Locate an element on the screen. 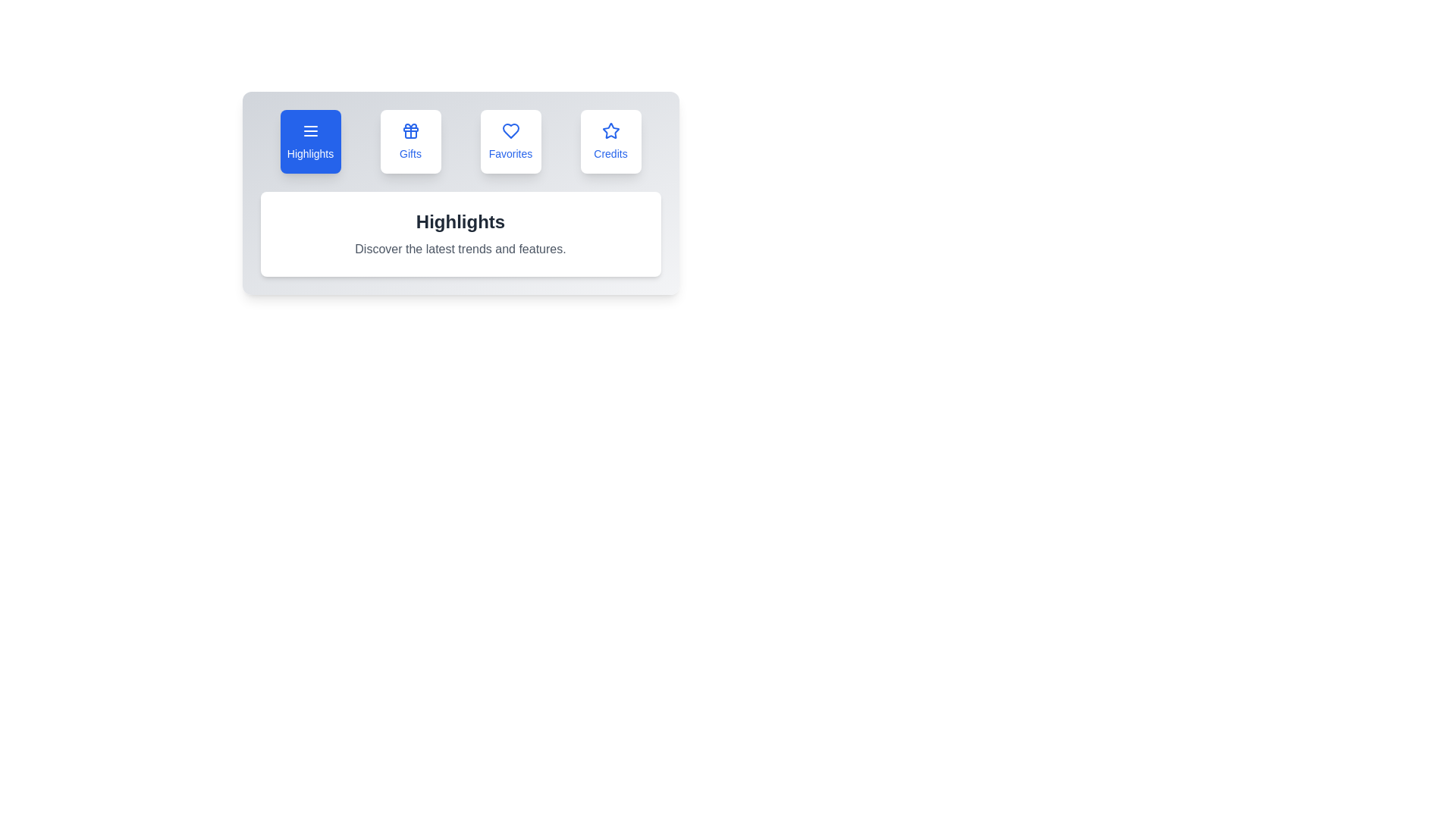 This screenshot has width=1456, height=819. the tab labeled Credits is located at coordinates (610, 141).